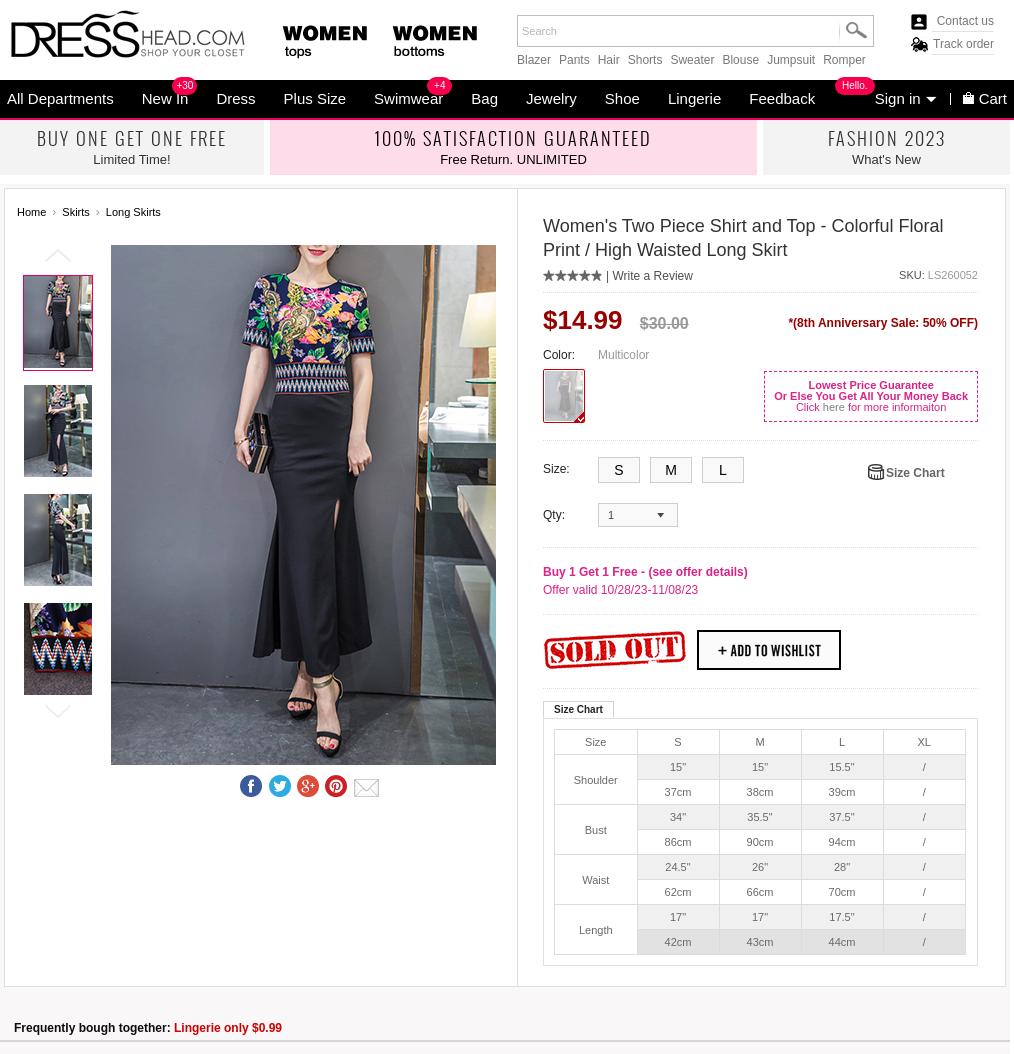  I want to click on 'Frequently bough together:', so click(93, 1026).